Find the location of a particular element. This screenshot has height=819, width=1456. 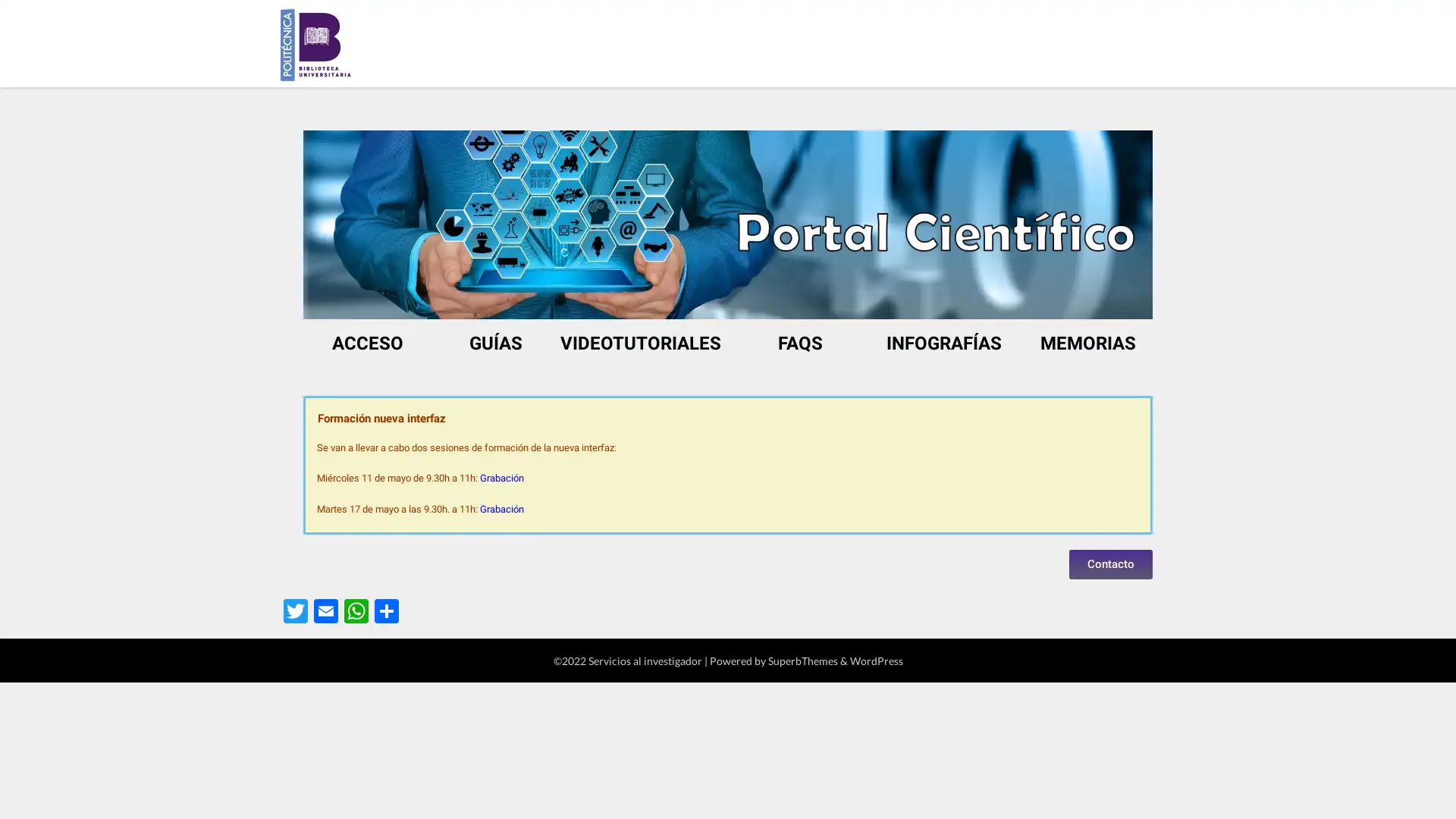

Aceptar is located at coordinates (946, 795).